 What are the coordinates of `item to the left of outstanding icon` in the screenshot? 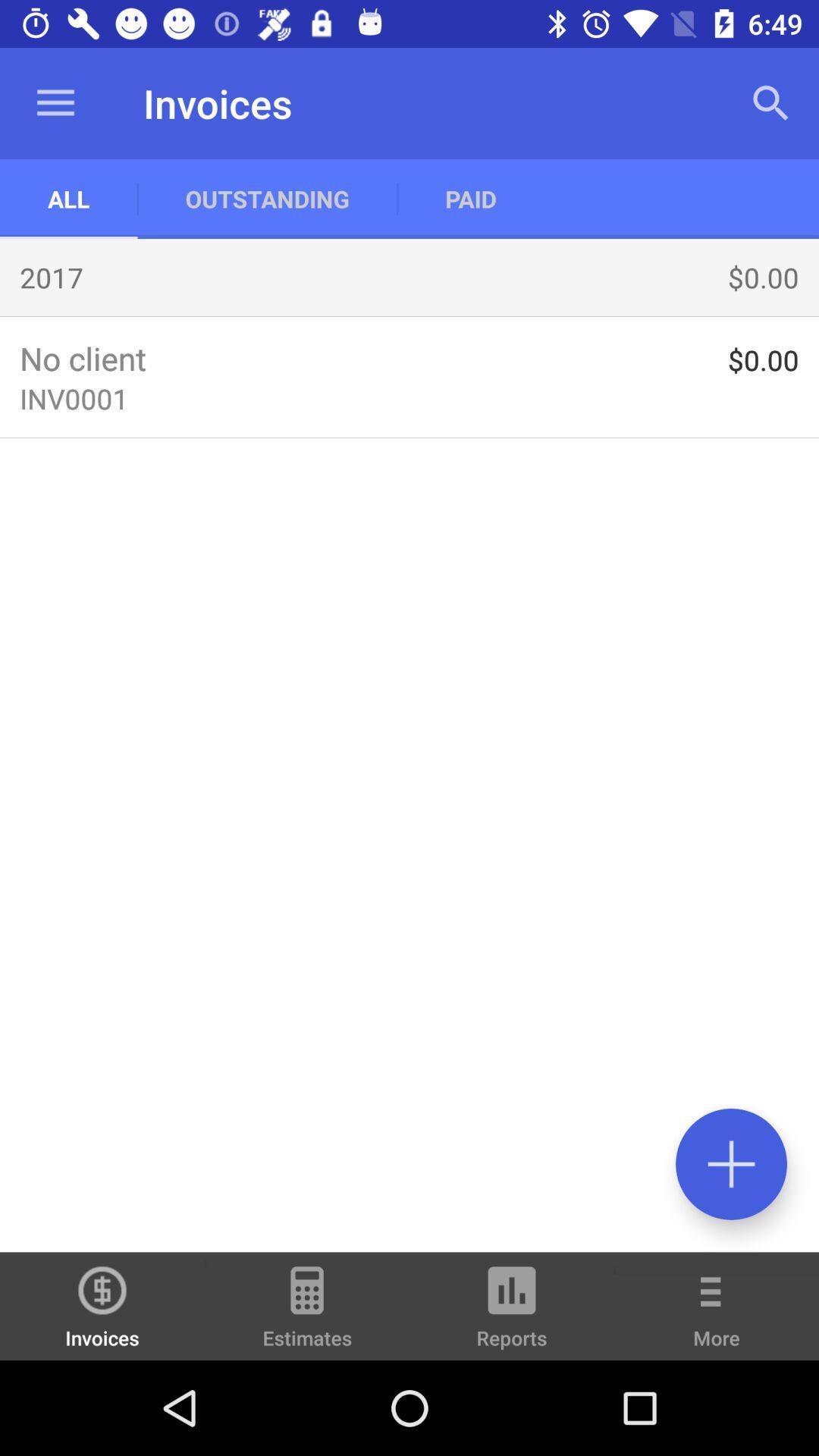 It's located at (55, 102).